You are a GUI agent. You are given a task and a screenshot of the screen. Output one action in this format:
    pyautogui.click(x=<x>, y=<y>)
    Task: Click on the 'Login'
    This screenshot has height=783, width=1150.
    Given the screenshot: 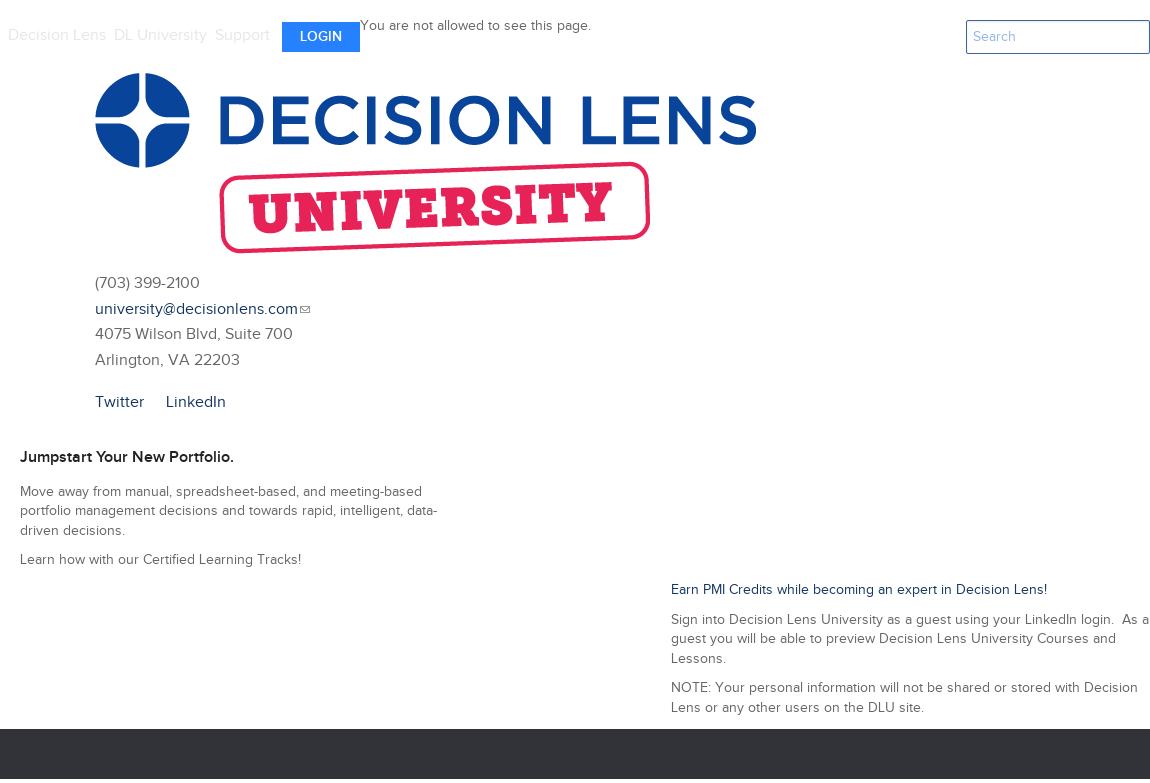 What is the action you would take?
    pyautogui.click(x=320, y=36)
    